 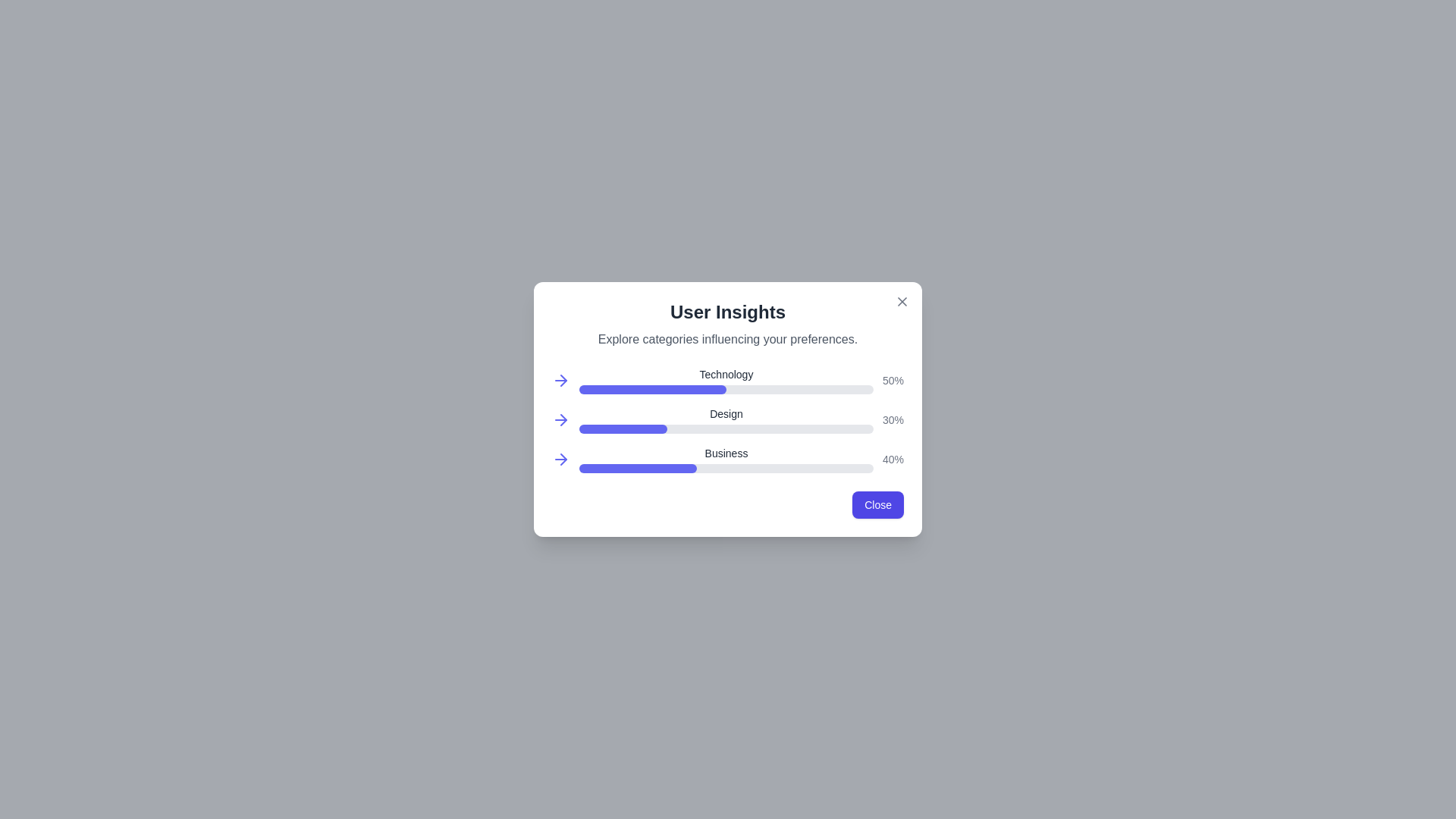 I want to click on the progress bar for Business to view details, so click(x=637, y=458).